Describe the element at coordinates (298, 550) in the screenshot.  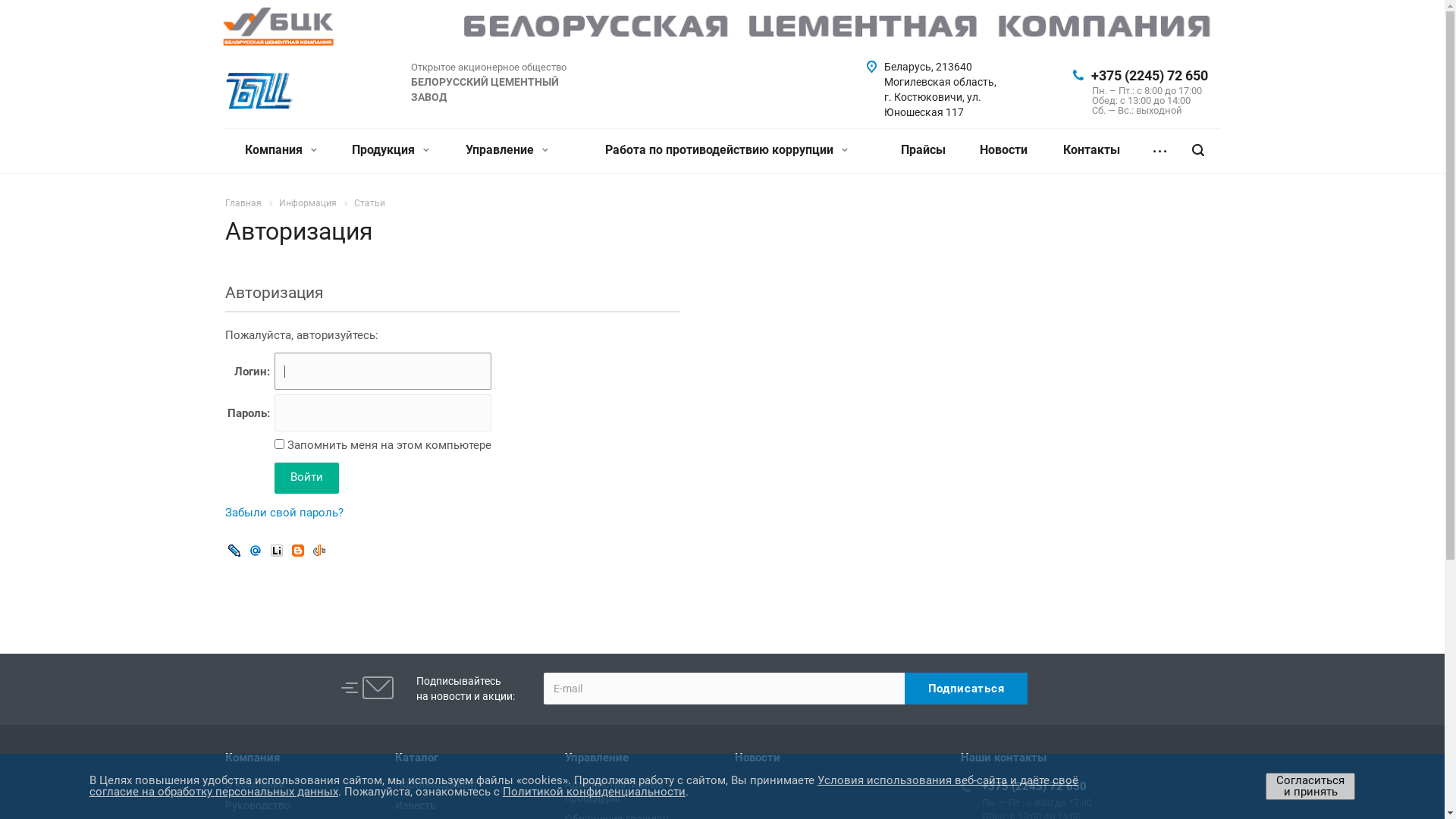
I see `'Blogger'` at that location.